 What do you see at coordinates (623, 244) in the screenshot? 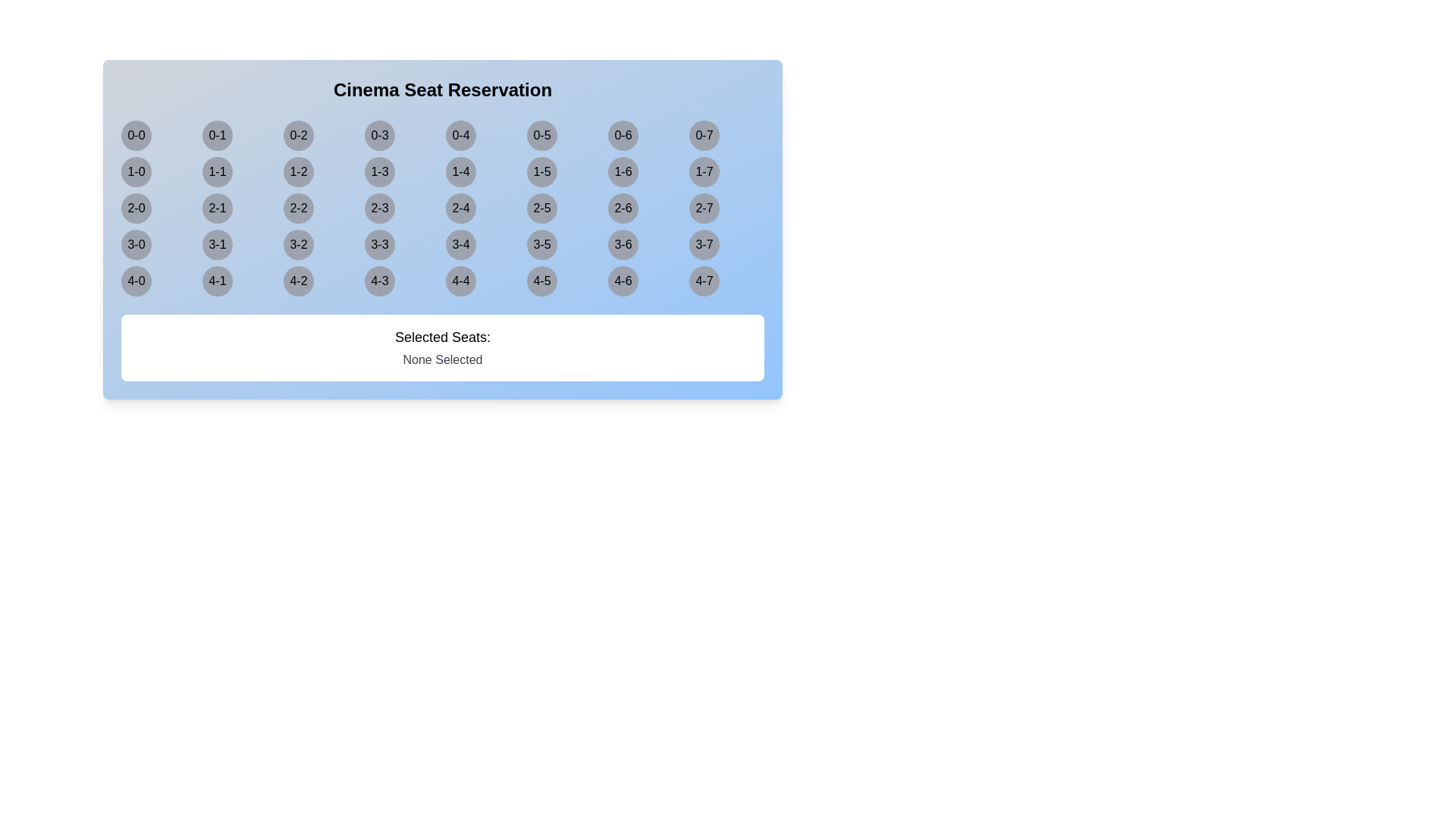
I see `the interactive button labeled '3-6' in the seat selection interface` at bounding box center [623, 244].